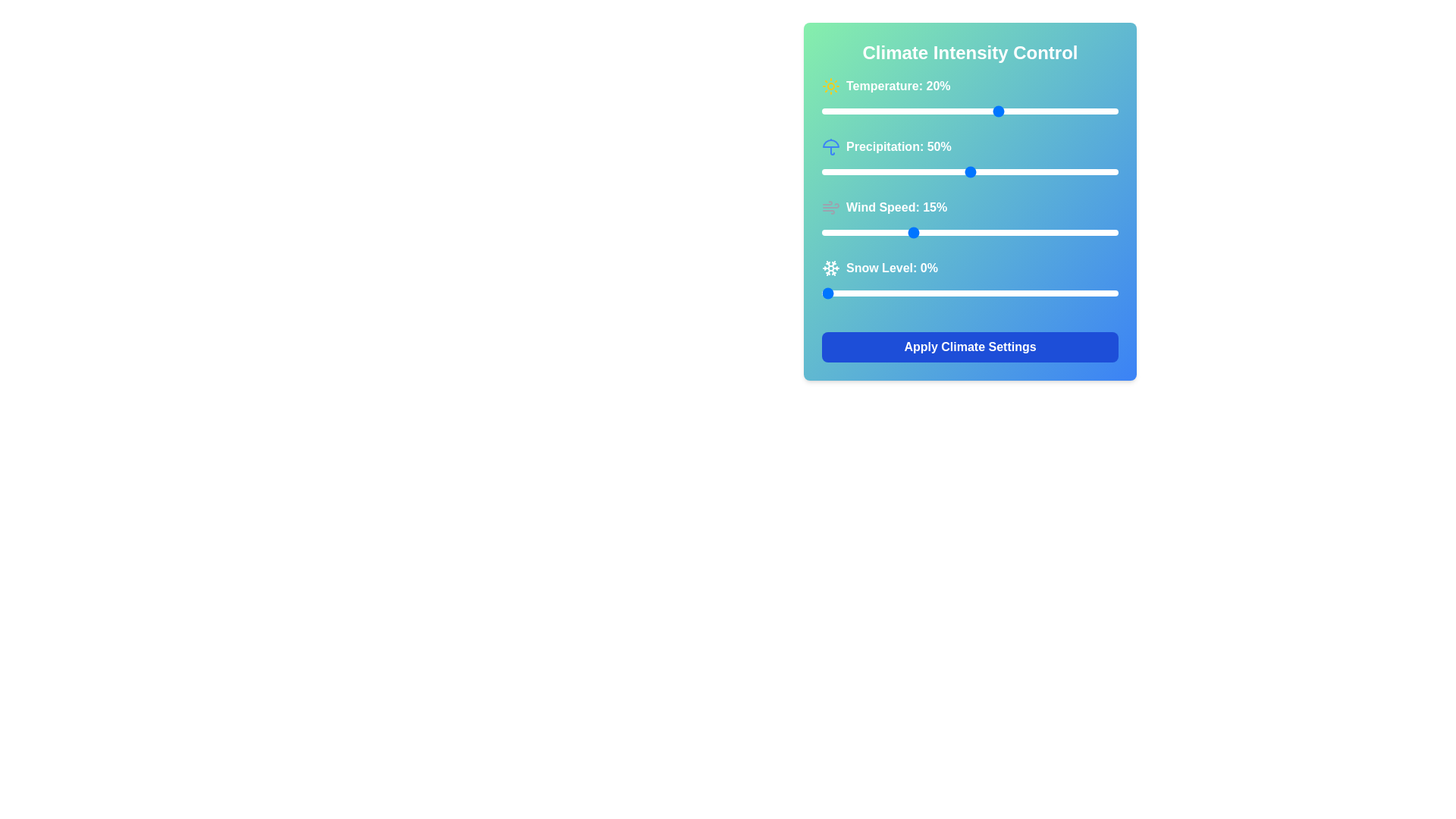 Image resolution: width=1456 pixels, height=819 pixels. I want to click on the wind speed icon located at the beginning of the 'Wind Speed' row in the climate control interface, so click(830, 207).